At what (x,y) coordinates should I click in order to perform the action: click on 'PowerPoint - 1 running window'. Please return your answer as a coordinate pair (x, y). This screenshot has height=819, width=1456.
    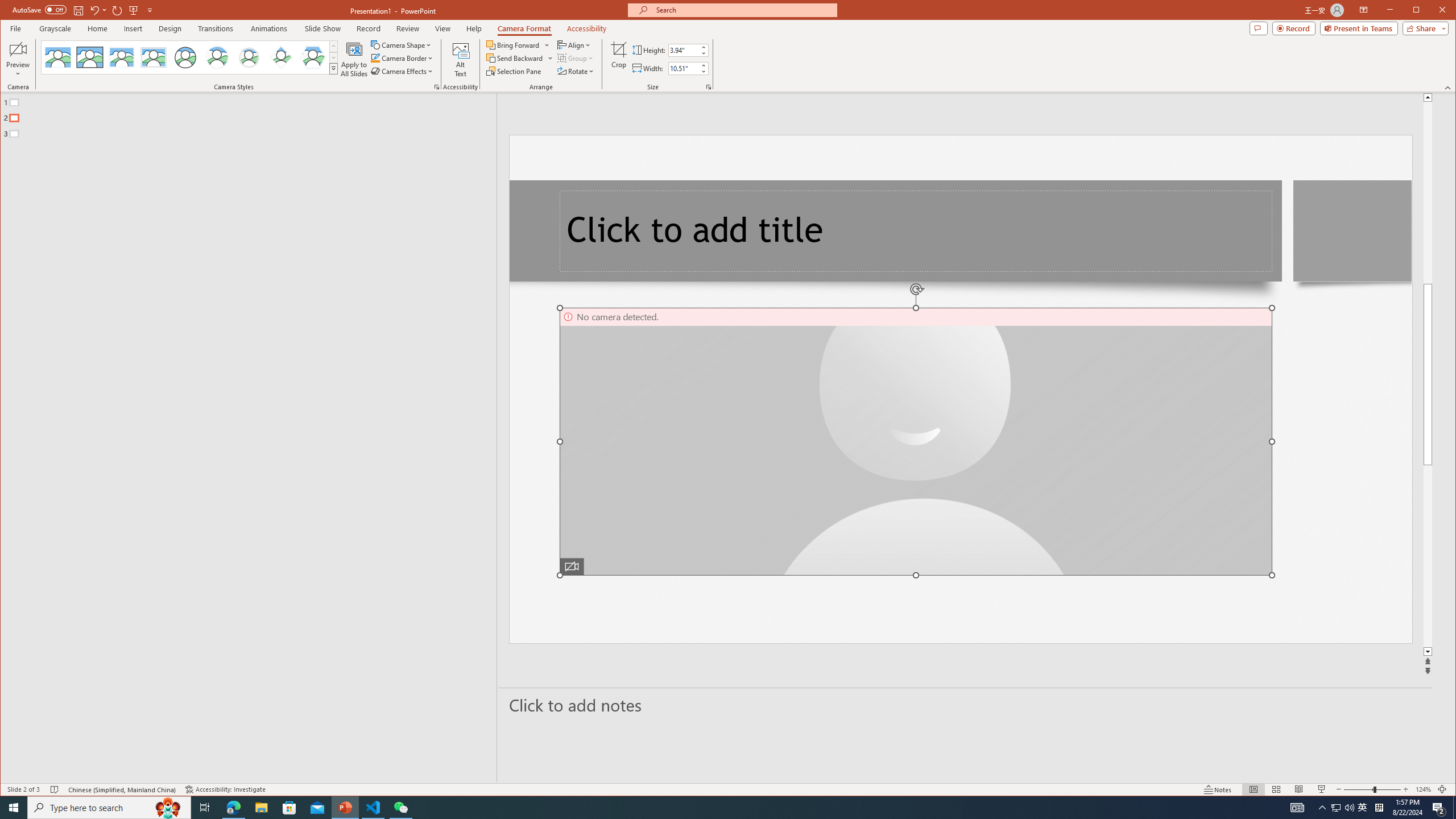
    Looking at the image, I should click on (345, 806).